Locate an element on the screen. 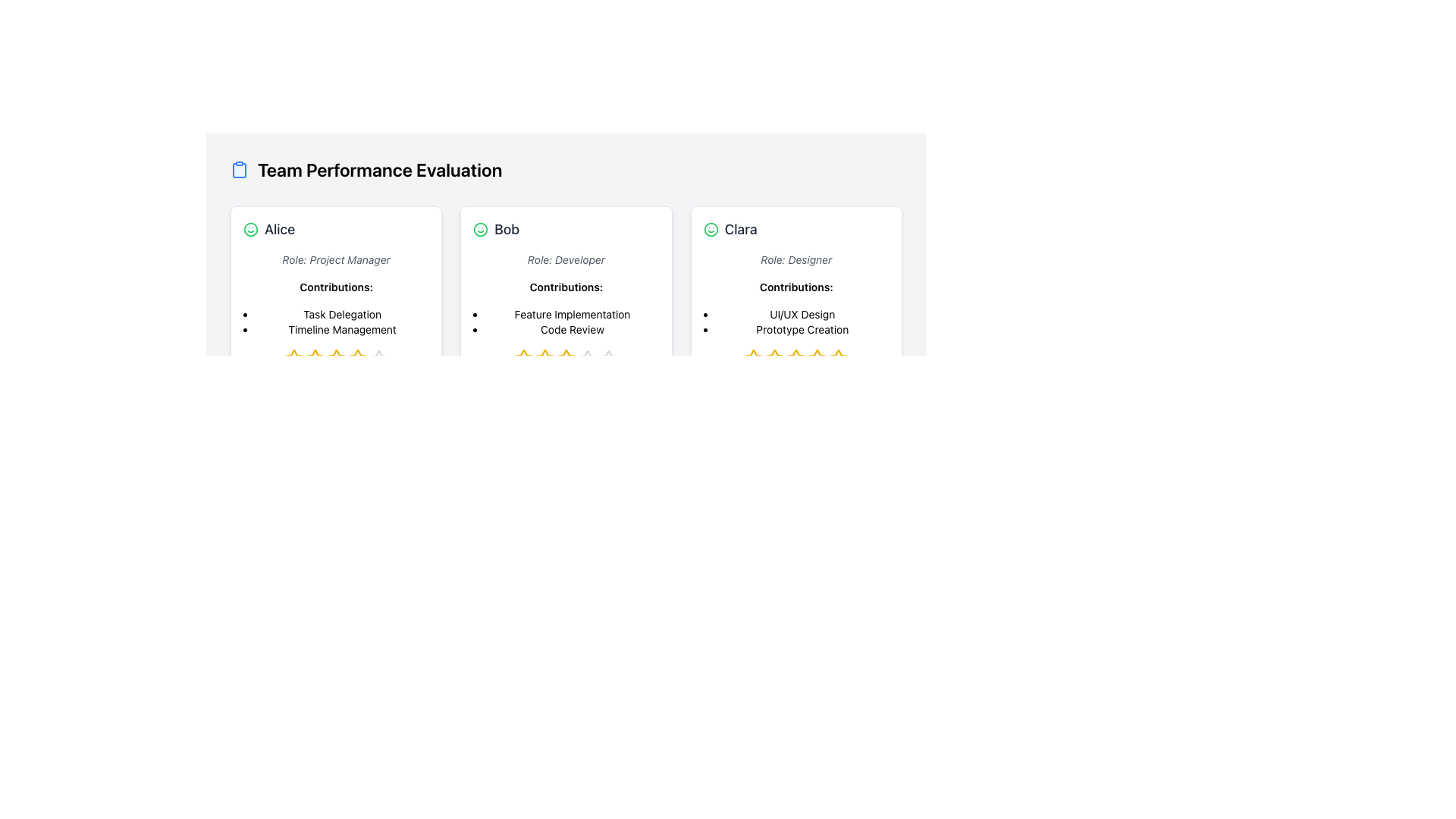  circular smiley icon with a green outline located to the left of the name 'Clara' in the card representing her details is located at coordinates (710, 230).